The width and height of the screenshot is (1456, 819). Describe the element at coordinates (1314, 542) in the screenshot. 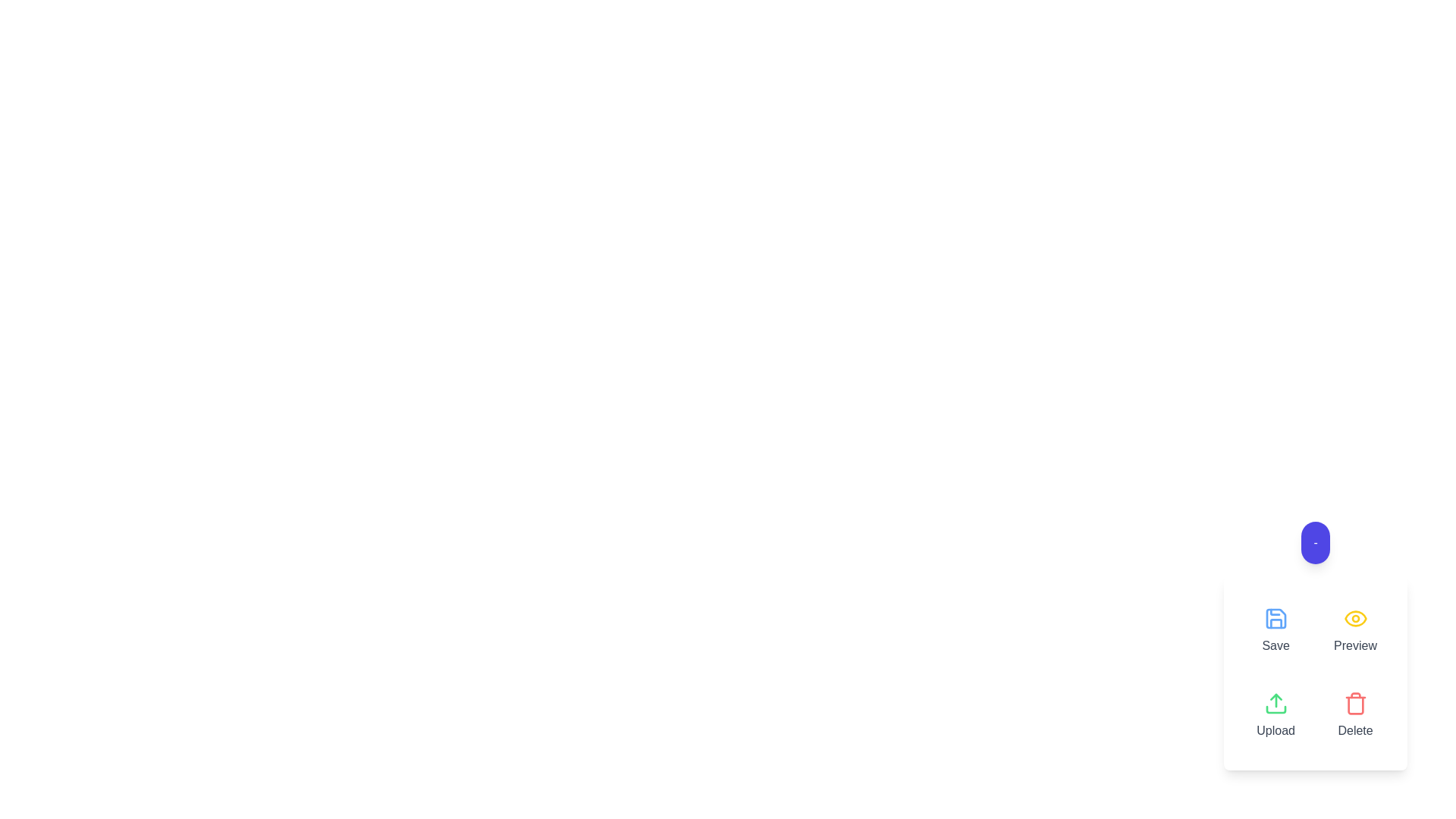

I see `main button to toggle the action menu open or closed` at that location.